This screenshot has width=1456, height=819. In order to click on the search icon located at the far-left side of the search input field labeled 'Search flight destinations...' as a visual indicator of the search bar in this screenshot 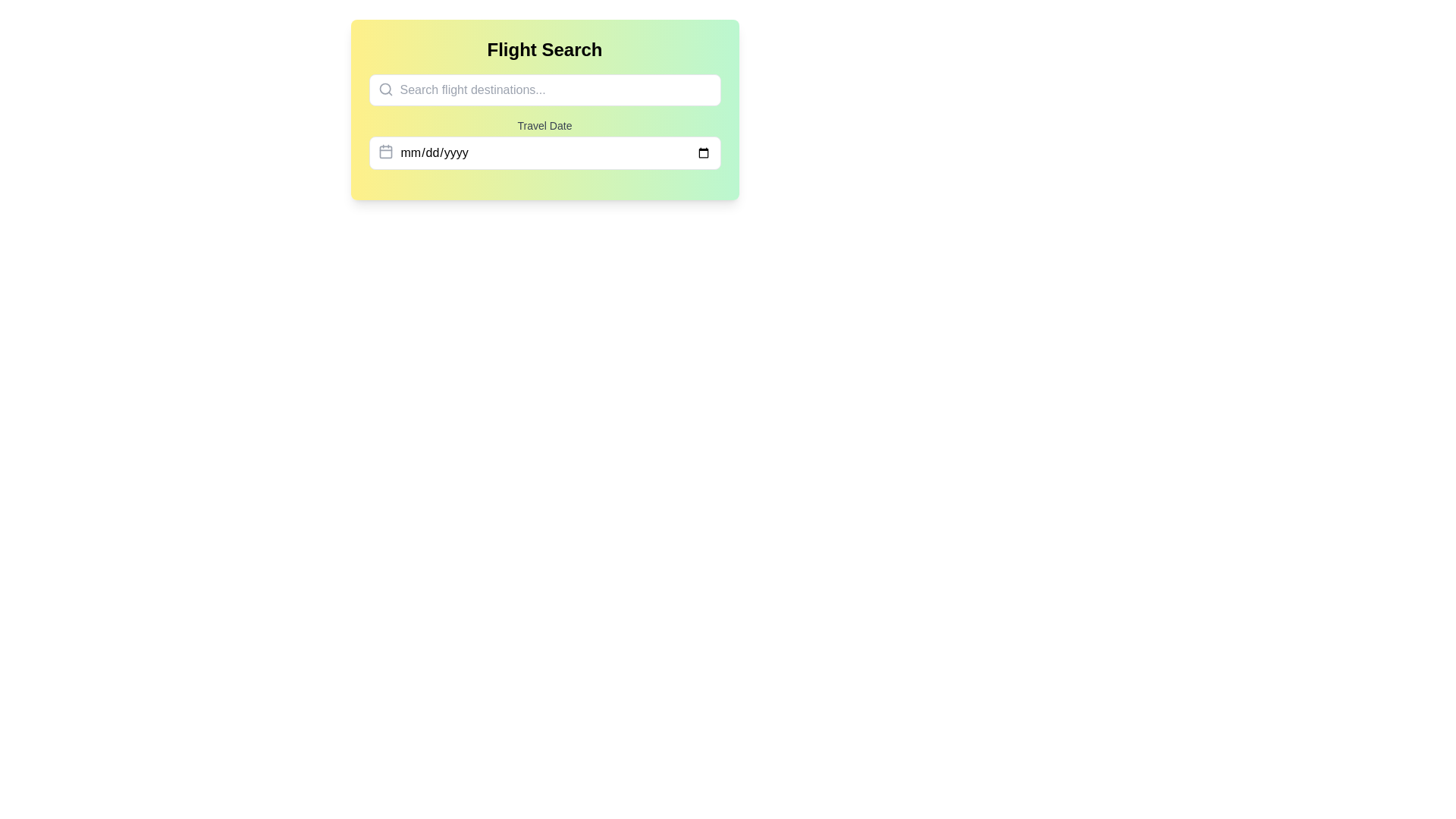, I will do `click(385, 89)`.